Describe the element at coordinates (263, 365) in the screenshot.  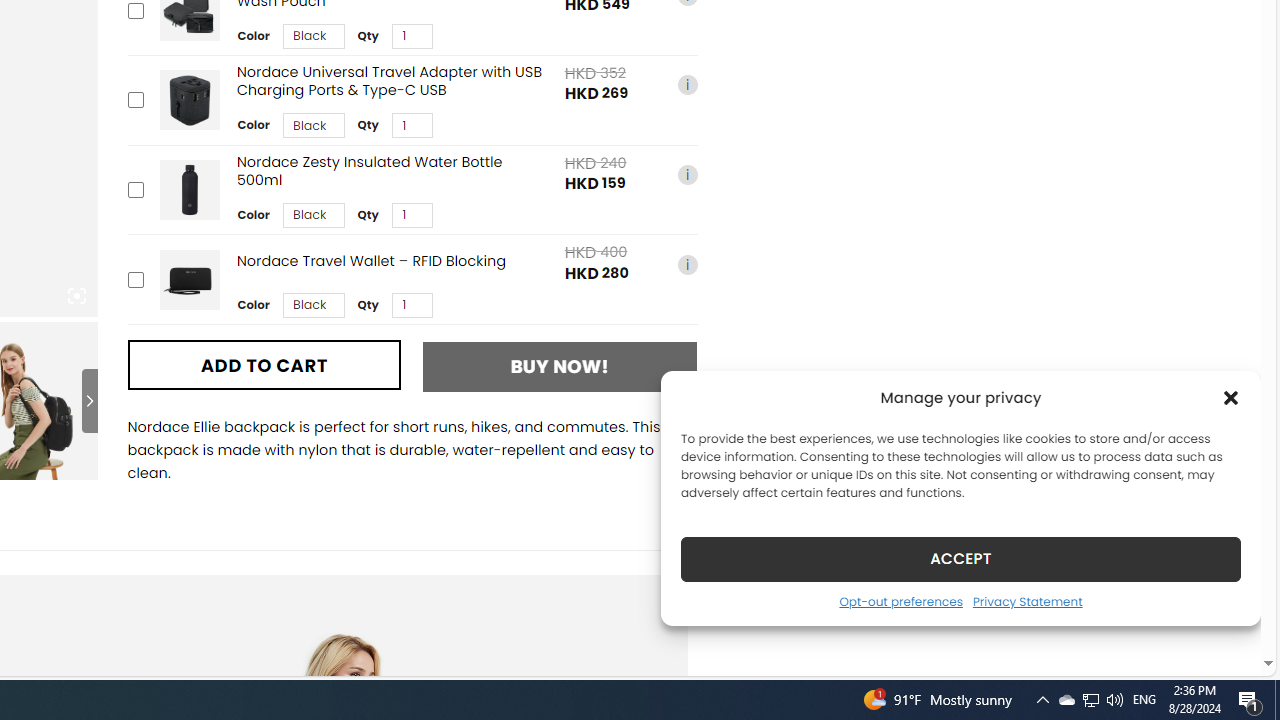
I see `'ADD TO CART'` at that location.